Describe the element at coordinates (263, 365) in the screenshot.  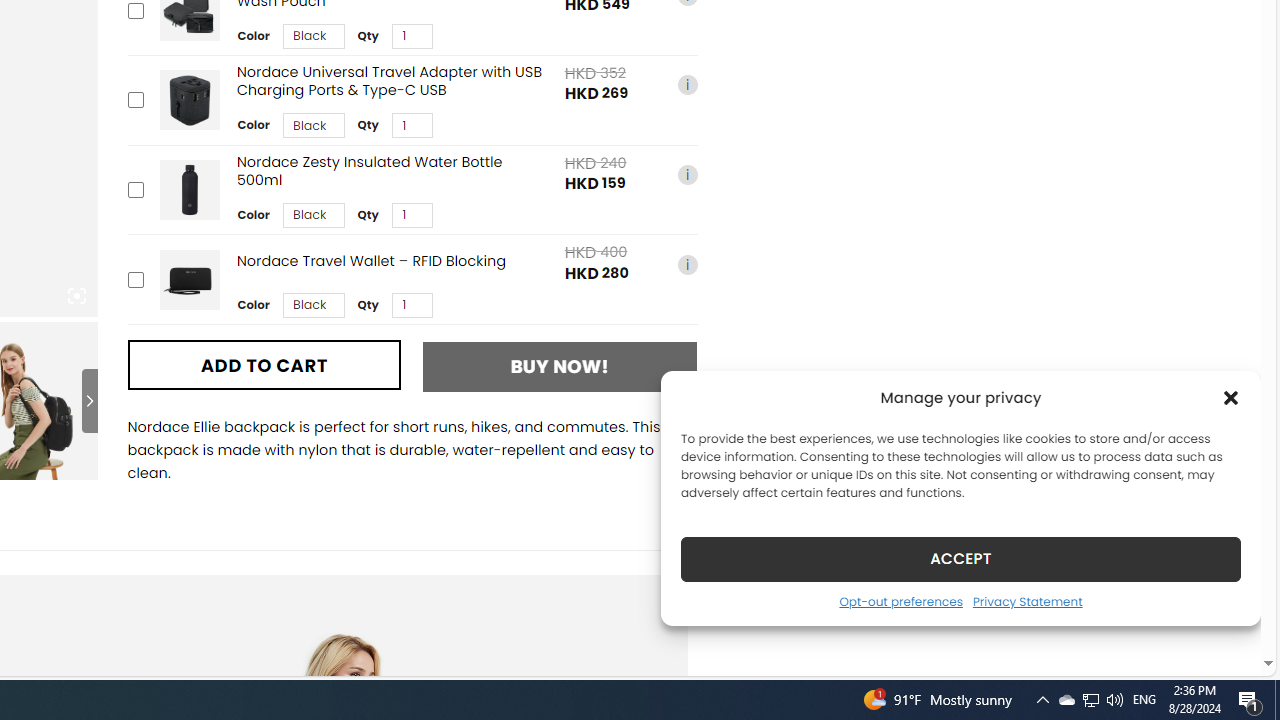
I see `'ADD TO CART'` at that location.